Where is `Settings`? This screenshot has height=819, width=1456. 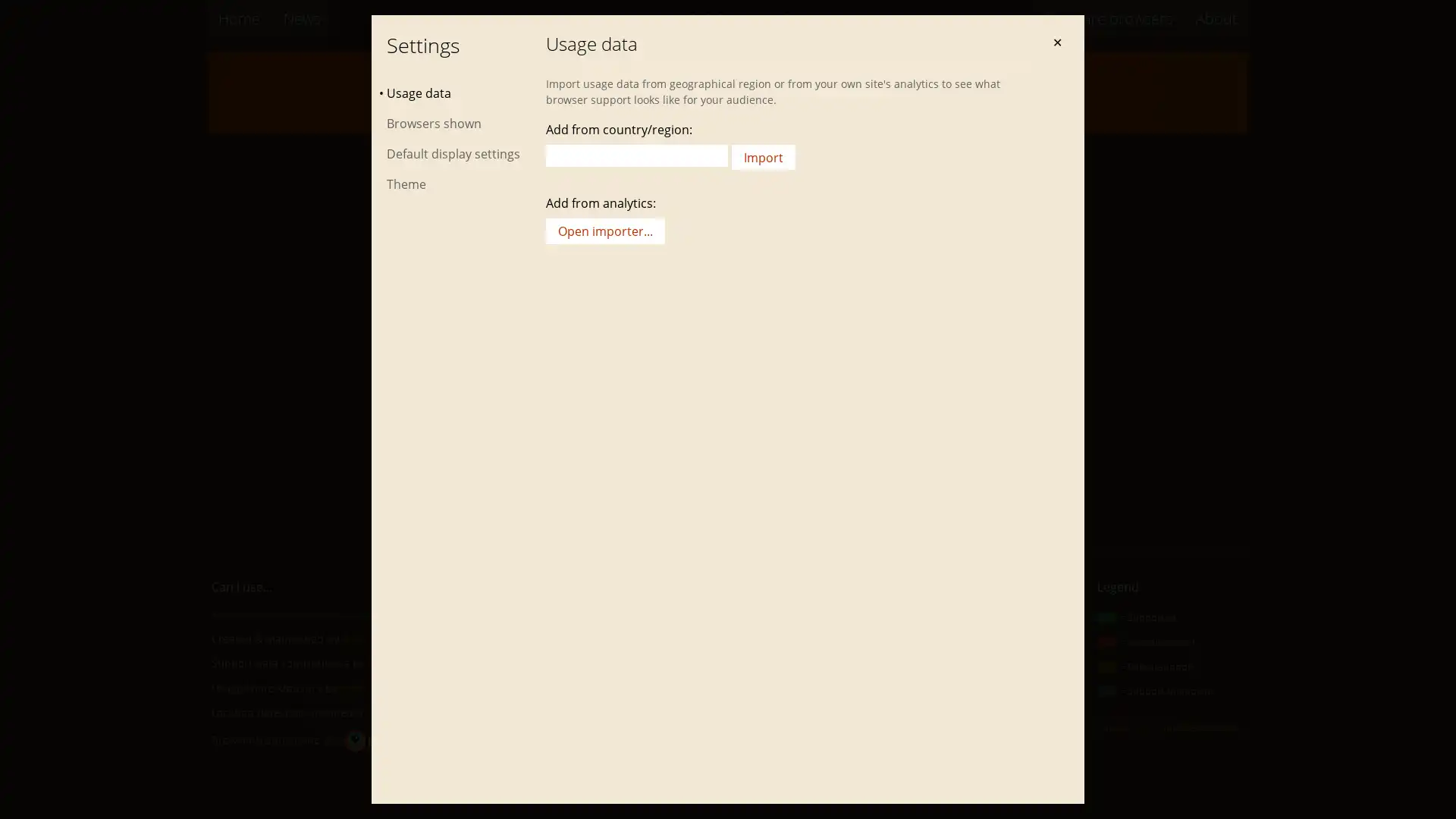
Settings is located at coordinates (1019, 96).